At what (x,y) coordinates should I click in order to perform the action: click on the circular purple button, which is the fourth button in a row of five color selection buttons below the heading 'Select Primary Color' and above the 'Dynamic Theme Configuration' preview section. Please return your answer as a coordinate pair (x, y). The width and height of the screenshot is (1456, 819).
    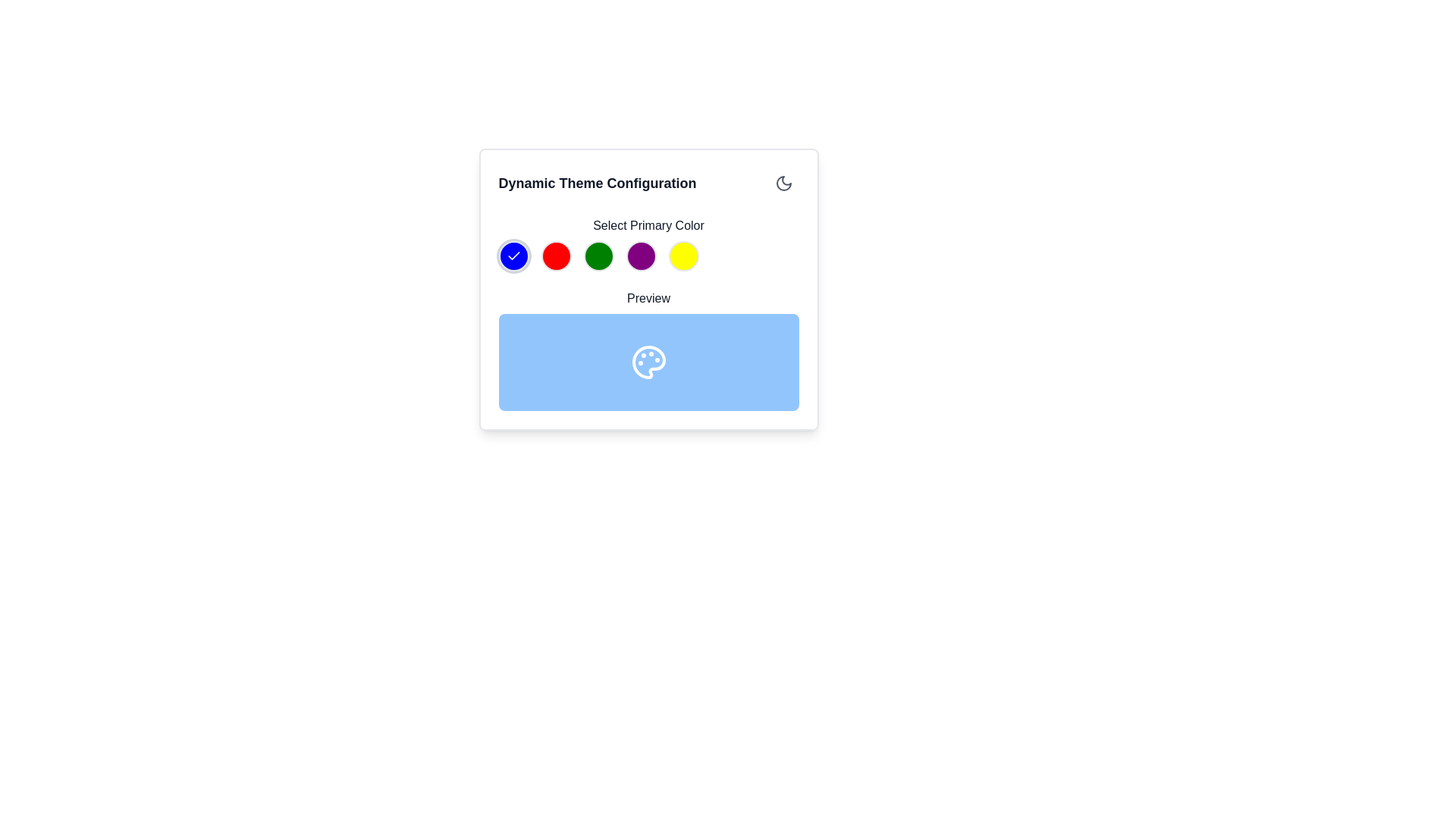
    Looking at the image, I should click on (648, 243).